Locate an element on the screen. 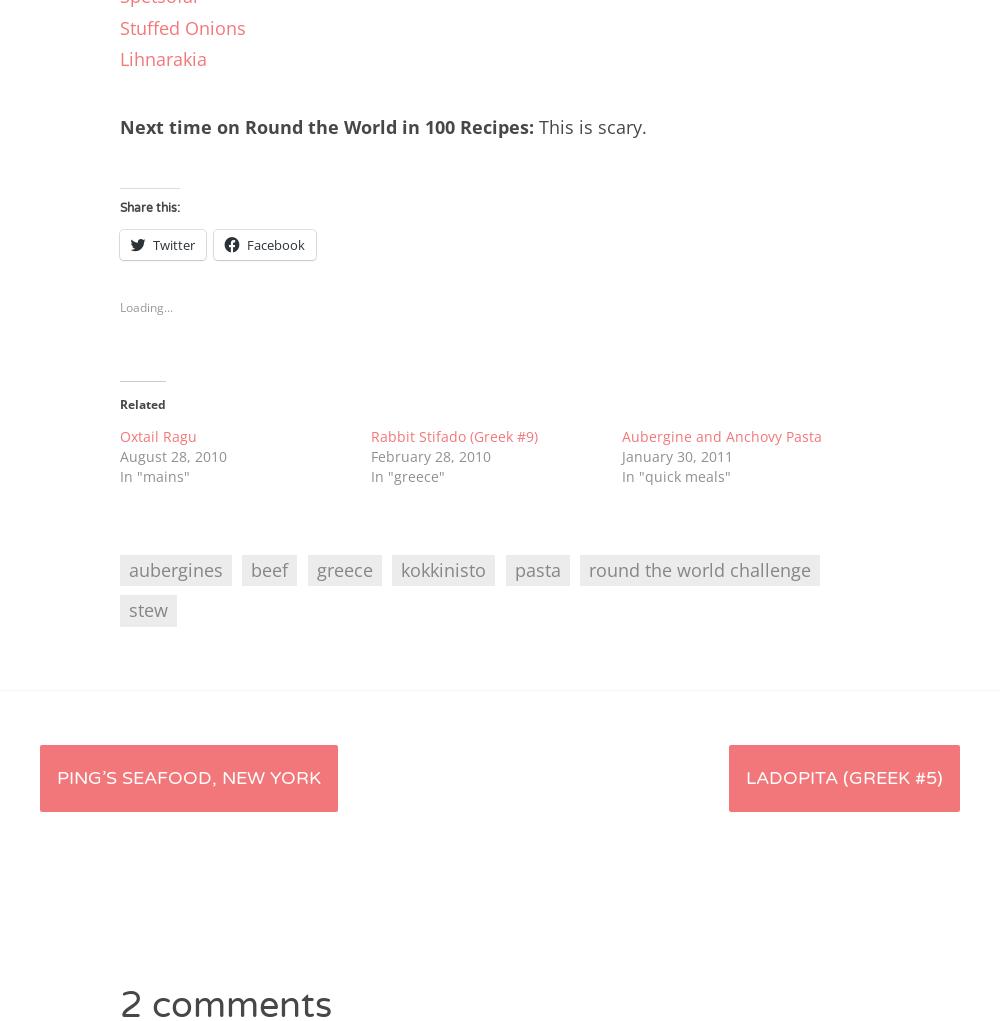  'Share this:' is located at coordinates (150, 207).